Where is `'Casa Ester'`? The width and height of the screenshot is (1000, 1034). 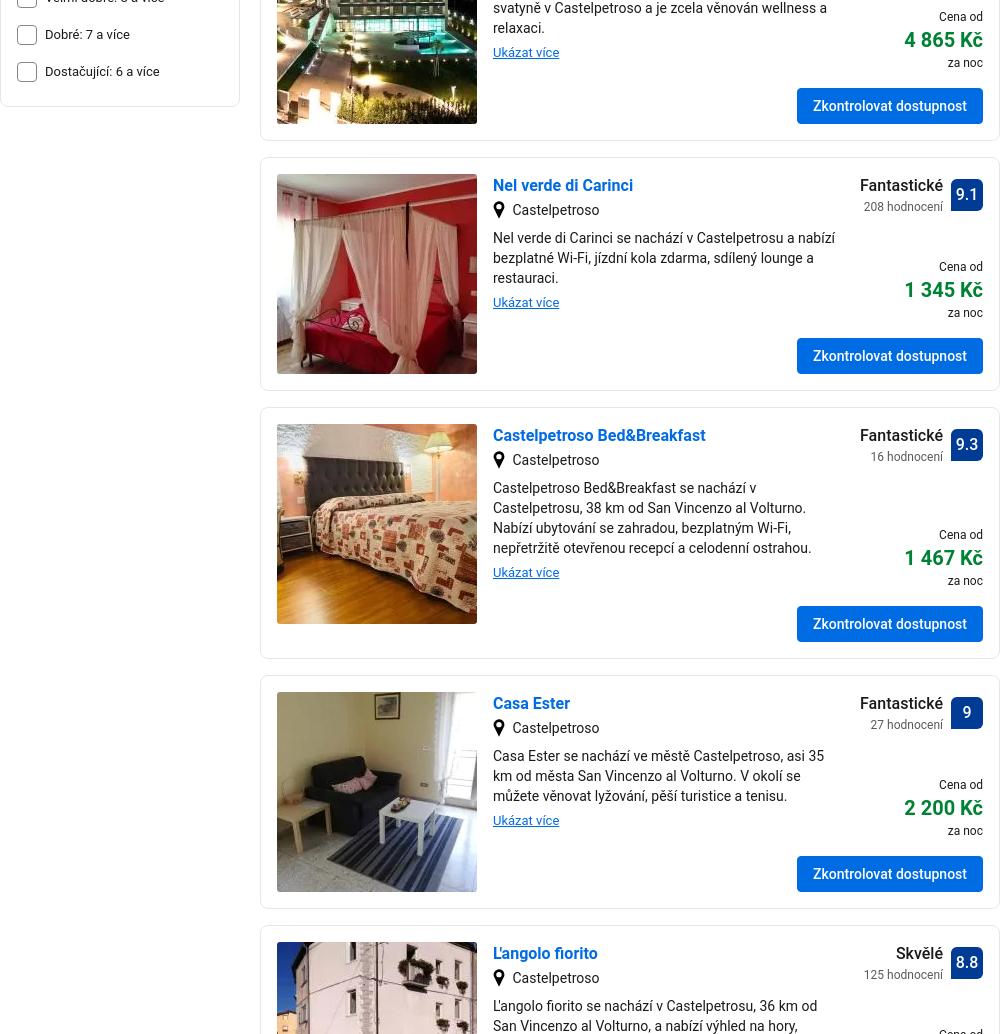
'Casa Ester' is located at coordinates (531, 703).